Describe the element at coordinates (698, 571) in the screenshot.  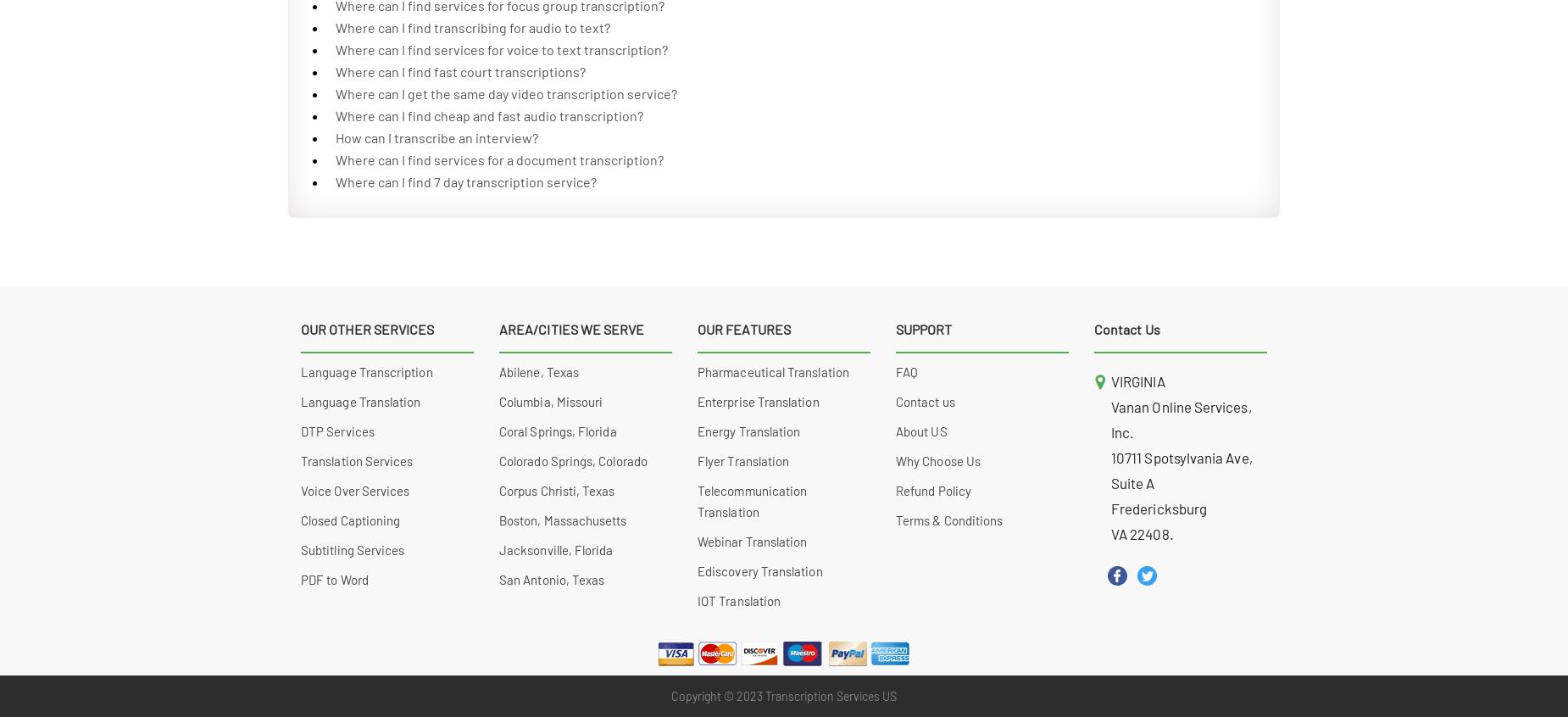
I see `'Ediscovery Translation'` at that location.